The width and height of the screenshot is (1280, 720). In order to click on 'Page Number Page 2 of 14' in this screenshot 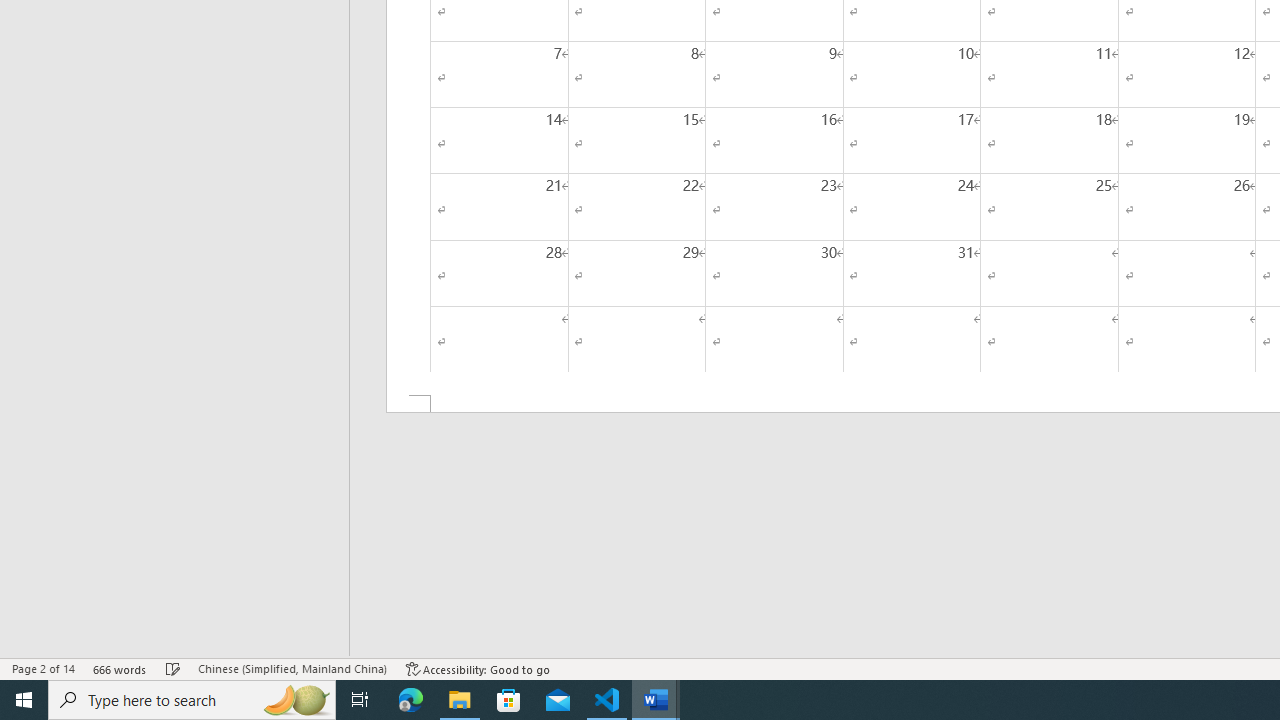, I will do `click(43, 669)`.